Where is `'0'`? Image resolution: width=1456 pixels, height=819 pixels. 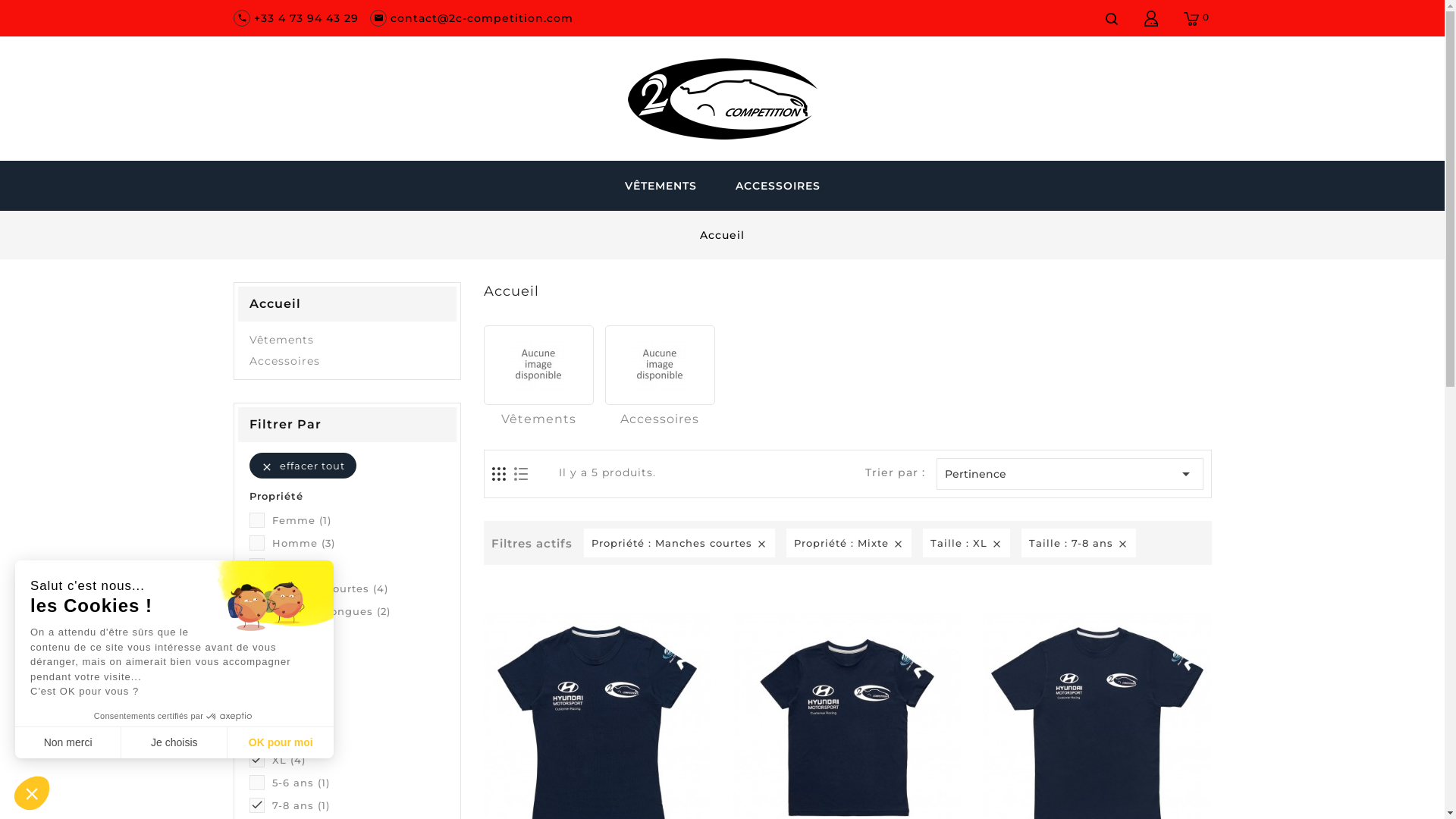
'0' is located at coordinates (1192, 17).